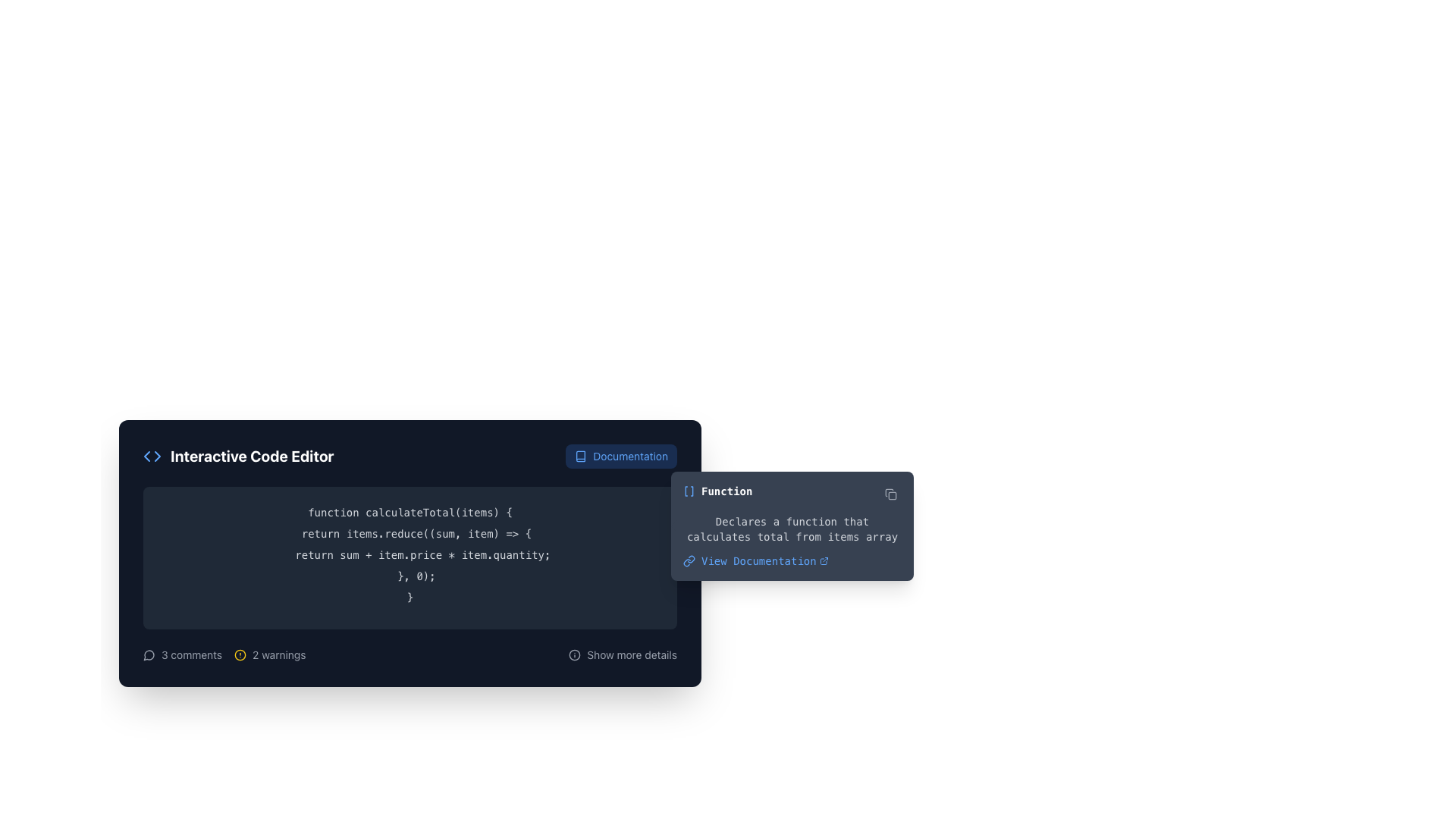  I want to click on the area of the minimalistic rounded square graphical icon component that resembles a 'Copy' icon, which is part of an interactive larger element, so click(892, 496).